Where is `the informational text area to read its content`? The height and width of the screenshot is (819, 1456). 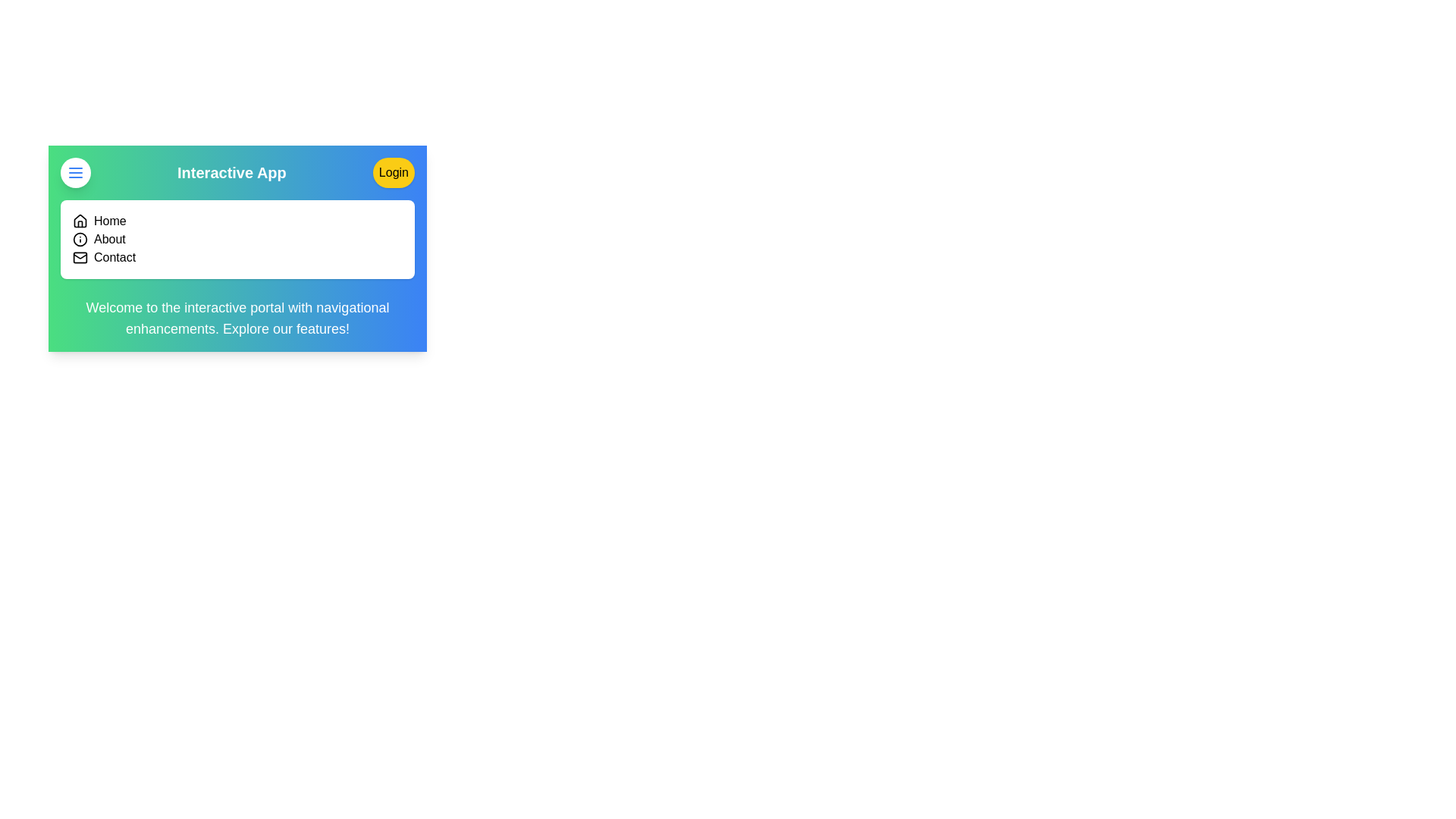
the informational text area to read its content is located at coordinates (237, 318).